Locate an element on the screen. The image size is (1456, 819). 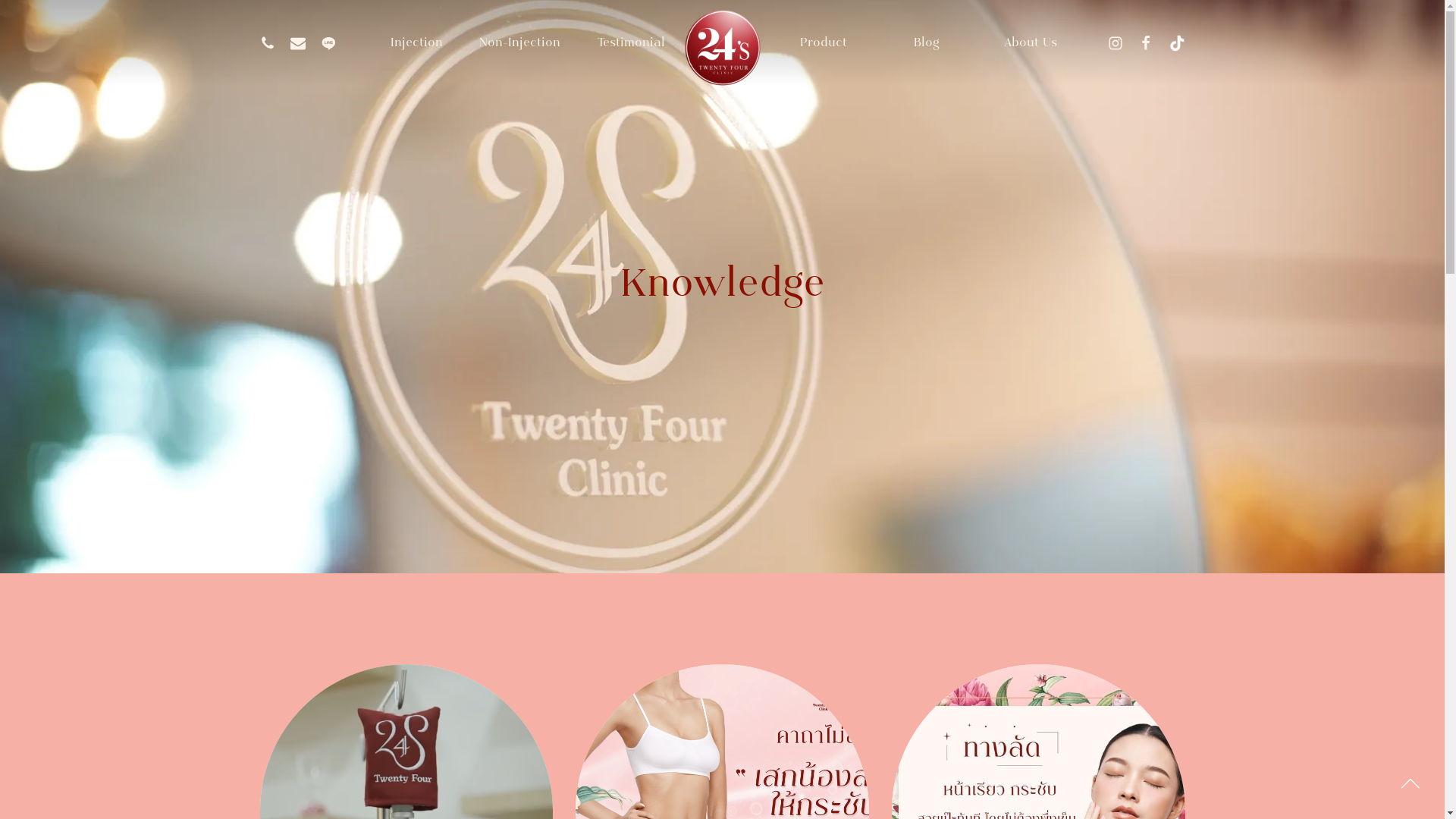
'Injection' is located at coordinates (389, 42).